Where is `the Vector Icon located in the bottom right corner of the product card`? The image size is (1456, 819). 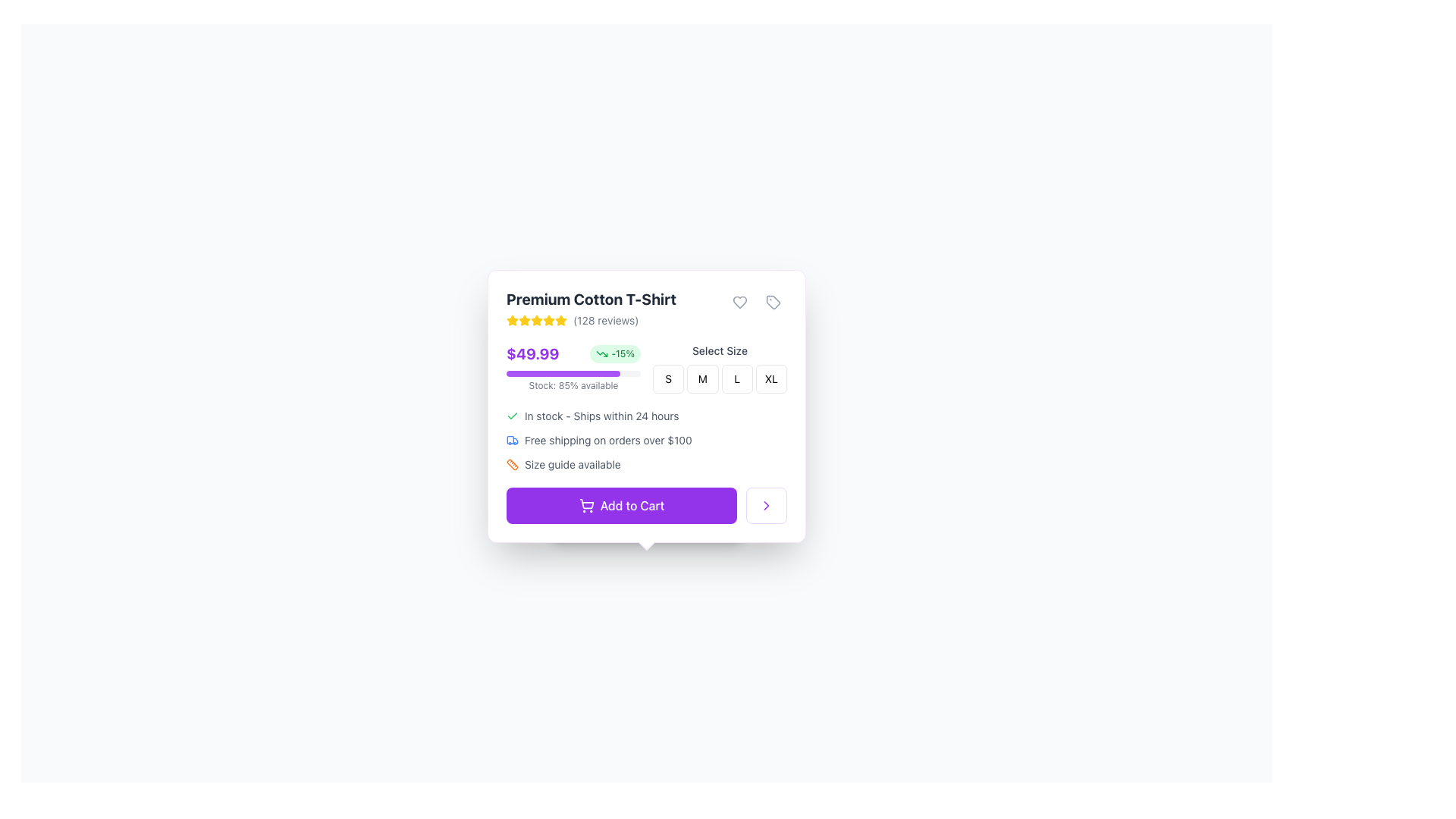 the Vector Icon located in the bottom right corner of the product card is located at coordinates (767, 506).